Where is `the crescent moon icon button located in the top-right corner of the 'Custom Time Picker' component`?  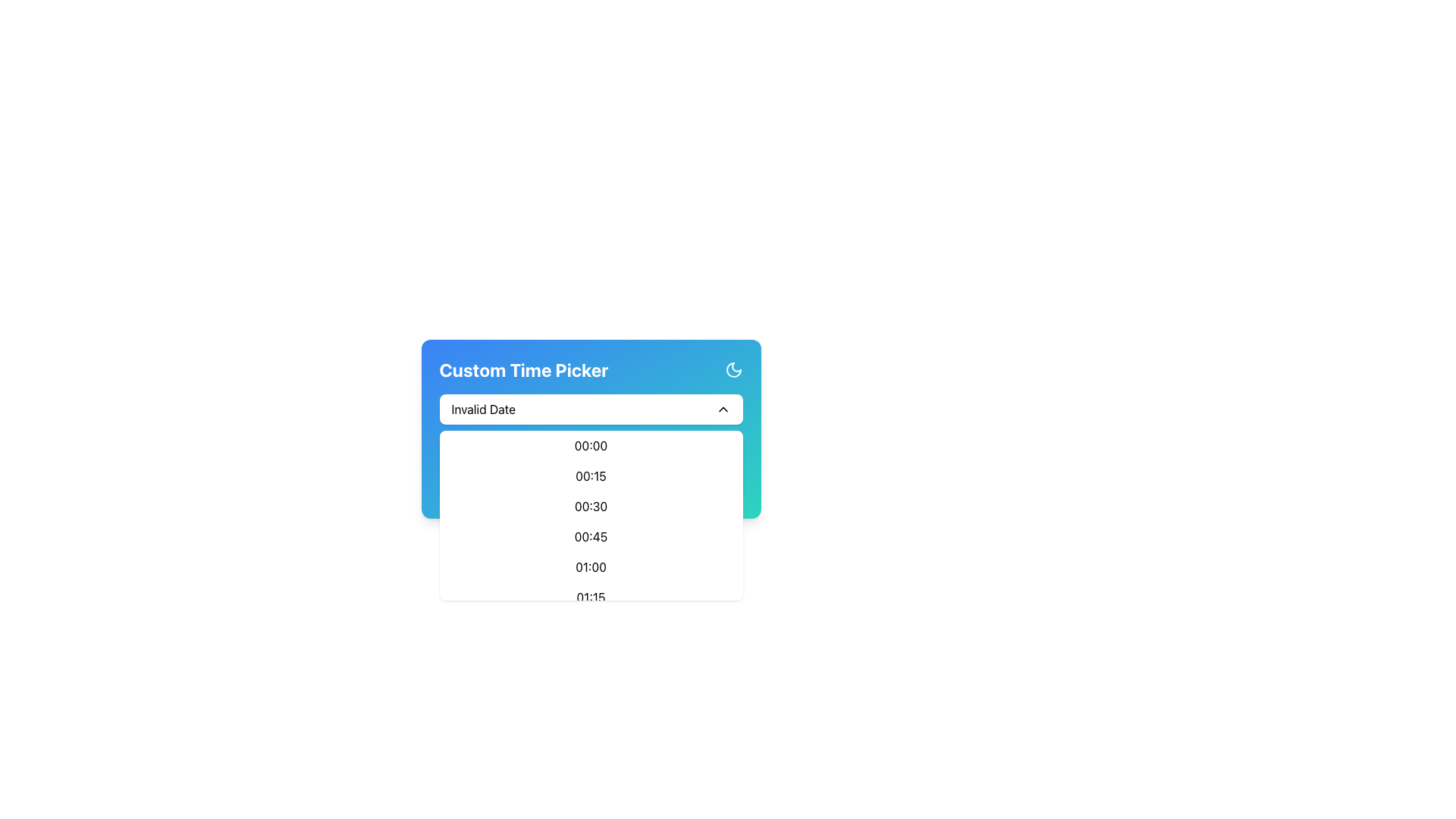
the crescent moon icon button located in the top-right corner of the 'Custom Time Picker' component is located at coordinates (733, 370).